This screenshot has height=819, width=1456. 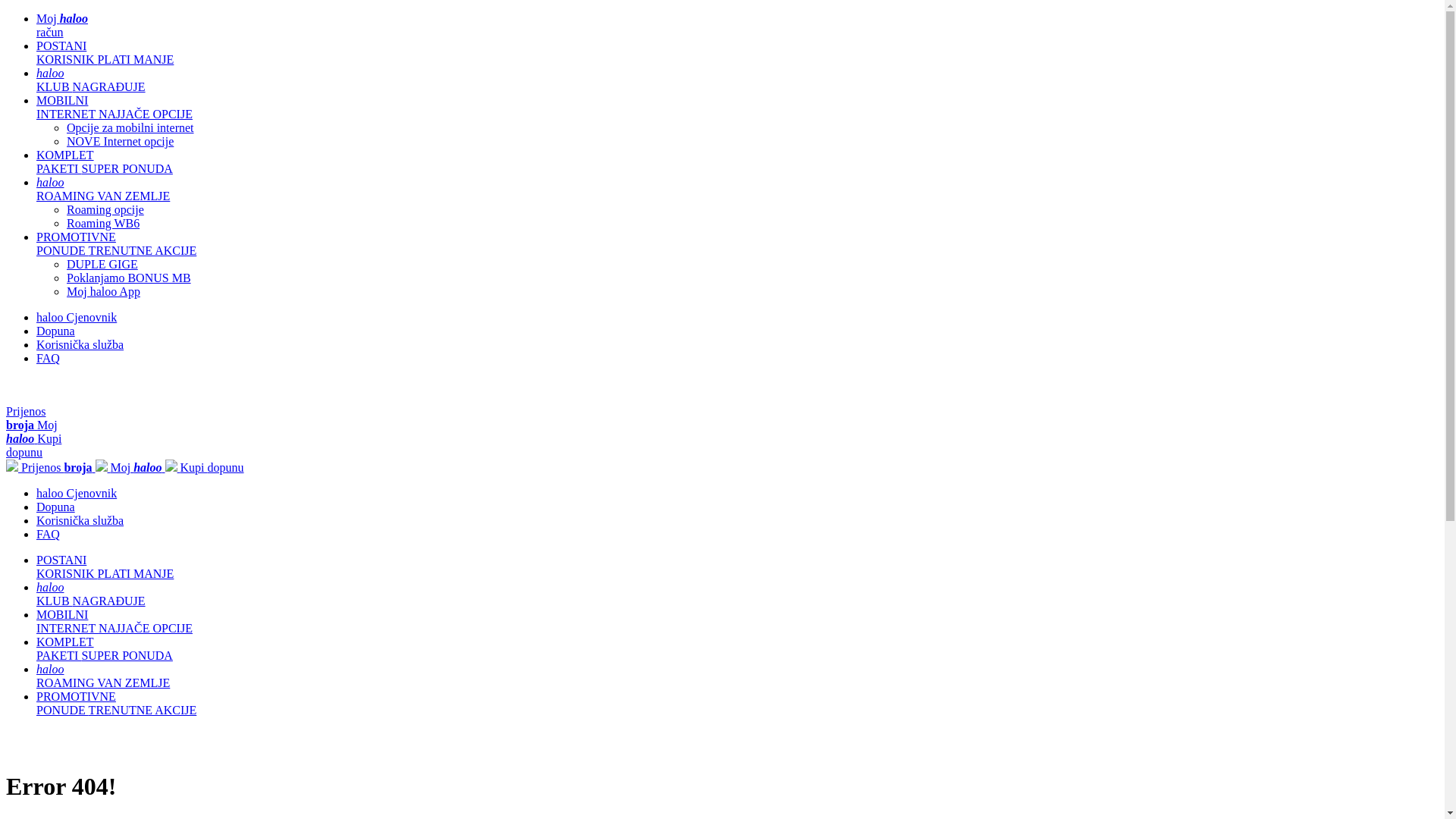 What do you see at coordinates (115, 703) in the screenshot?
I see `'PROMOTIVNE` at bounding box center [115, 703].